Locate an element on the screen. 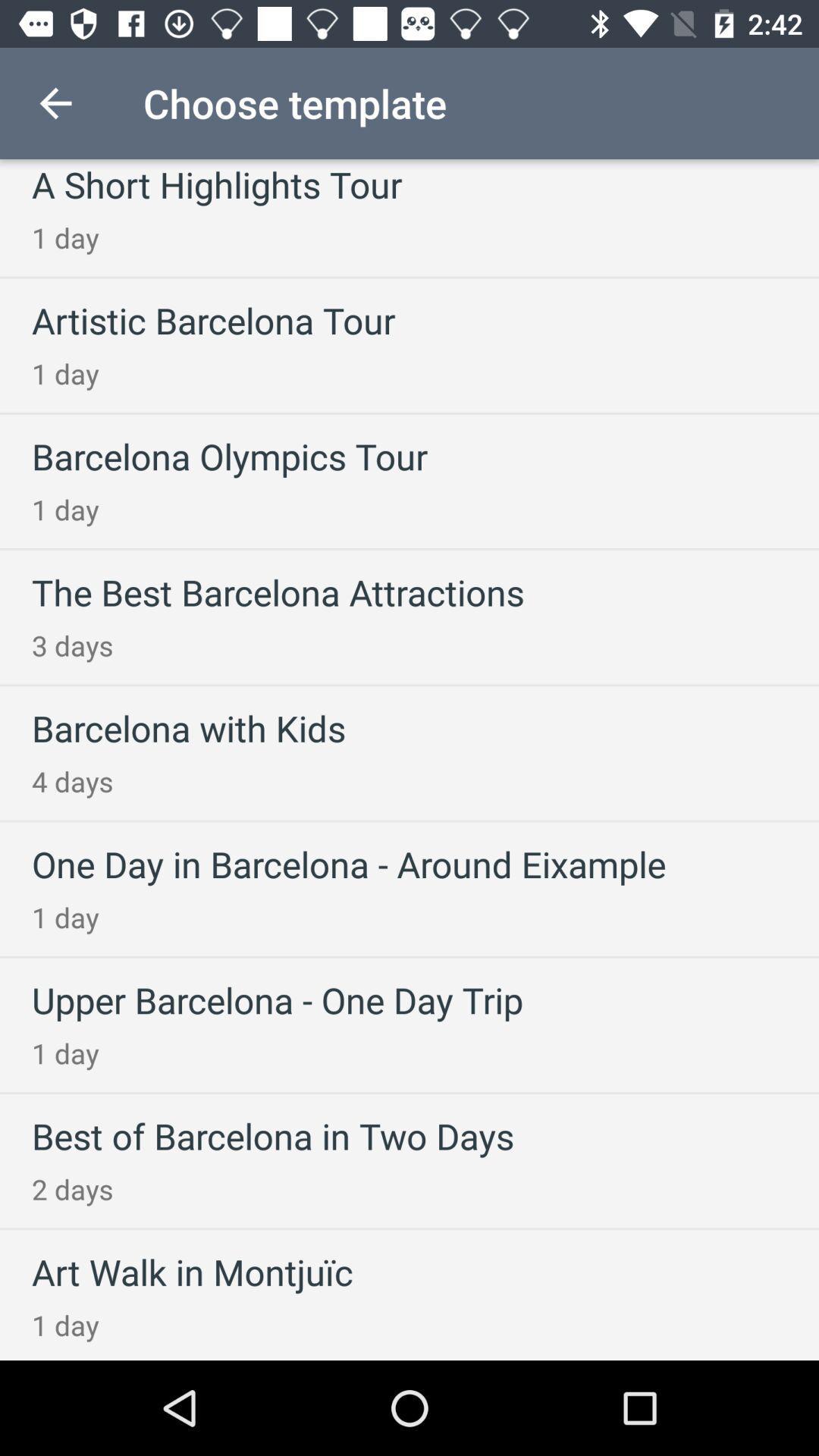 The width and height of the screenshot is (819, 1456). icon next to the choose template icon is located at coordinates (55, 102).